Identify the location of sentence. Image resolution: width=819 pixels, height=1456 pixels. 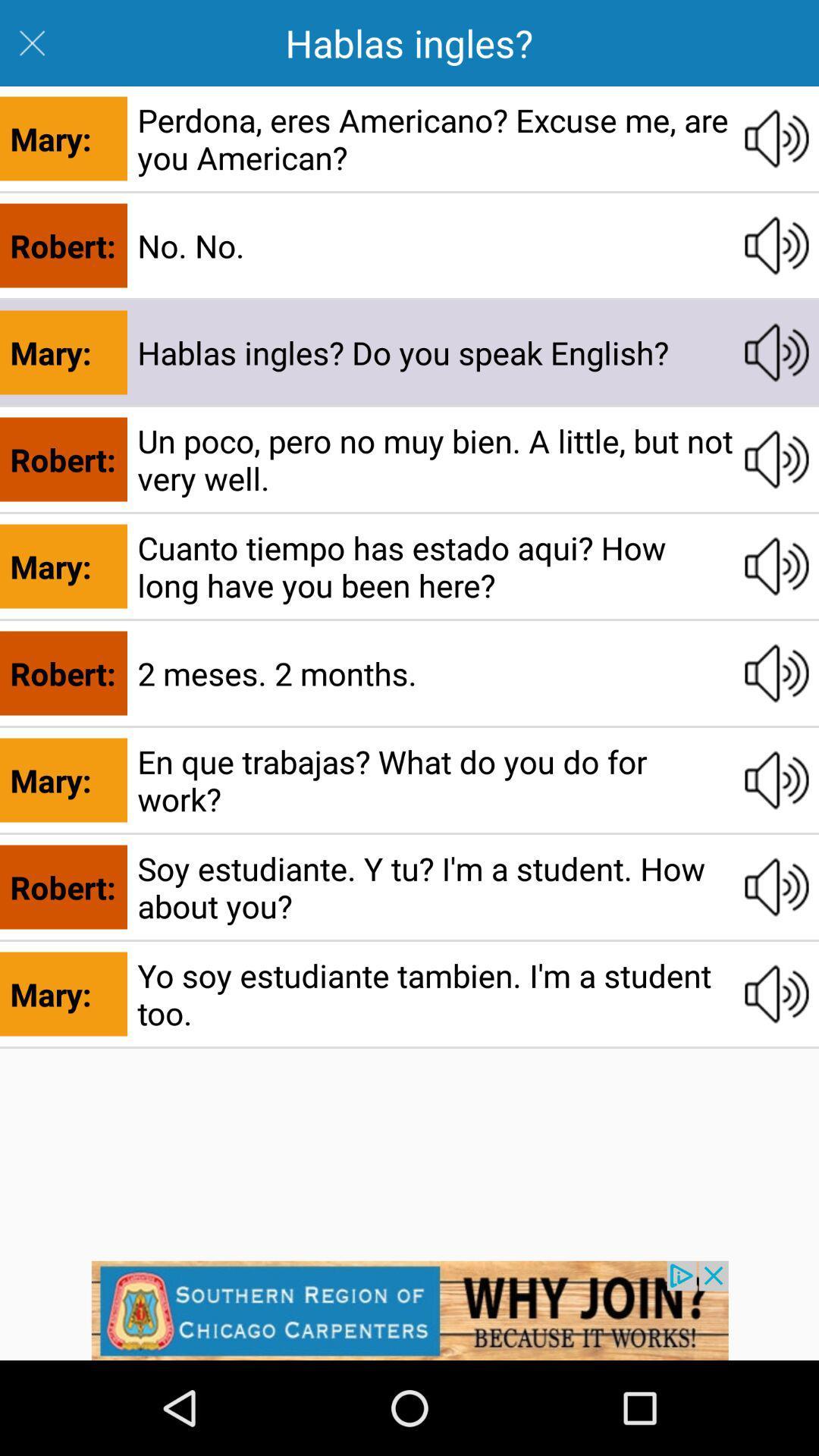
(777, 780).